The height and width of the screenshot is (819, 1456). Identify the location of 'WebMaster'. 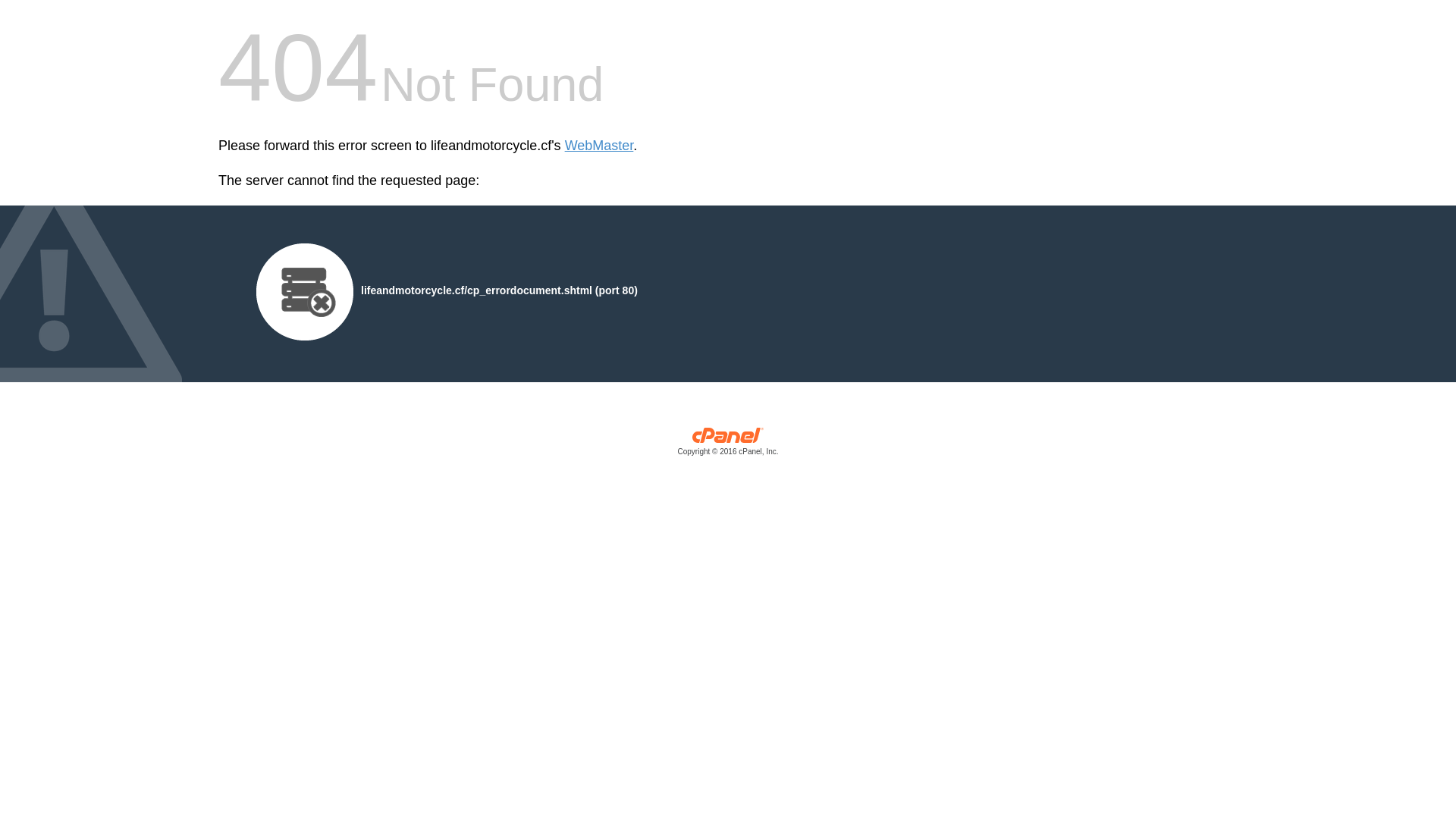
(598, 146).